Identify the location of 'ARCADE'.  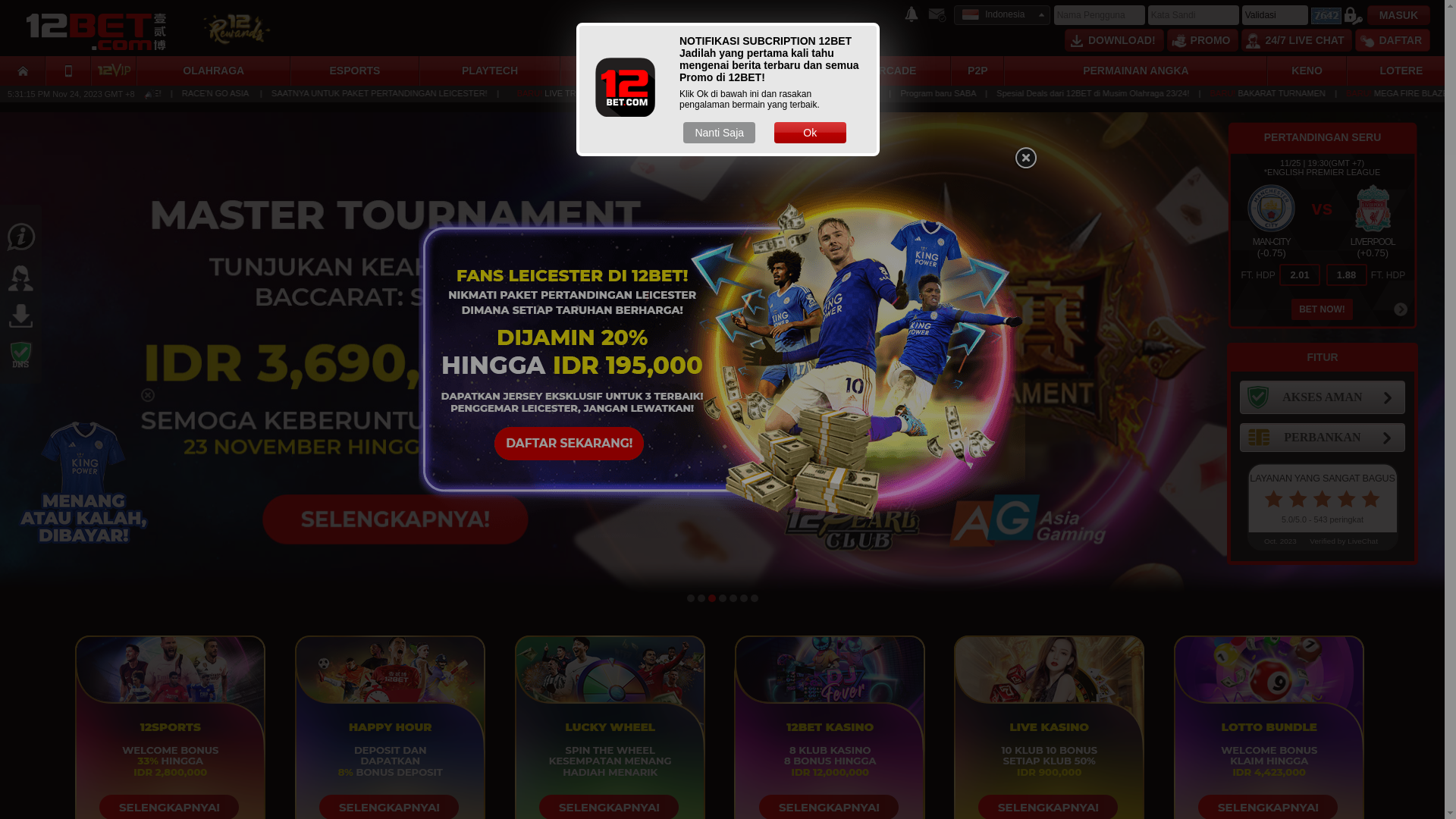
(893, 71).